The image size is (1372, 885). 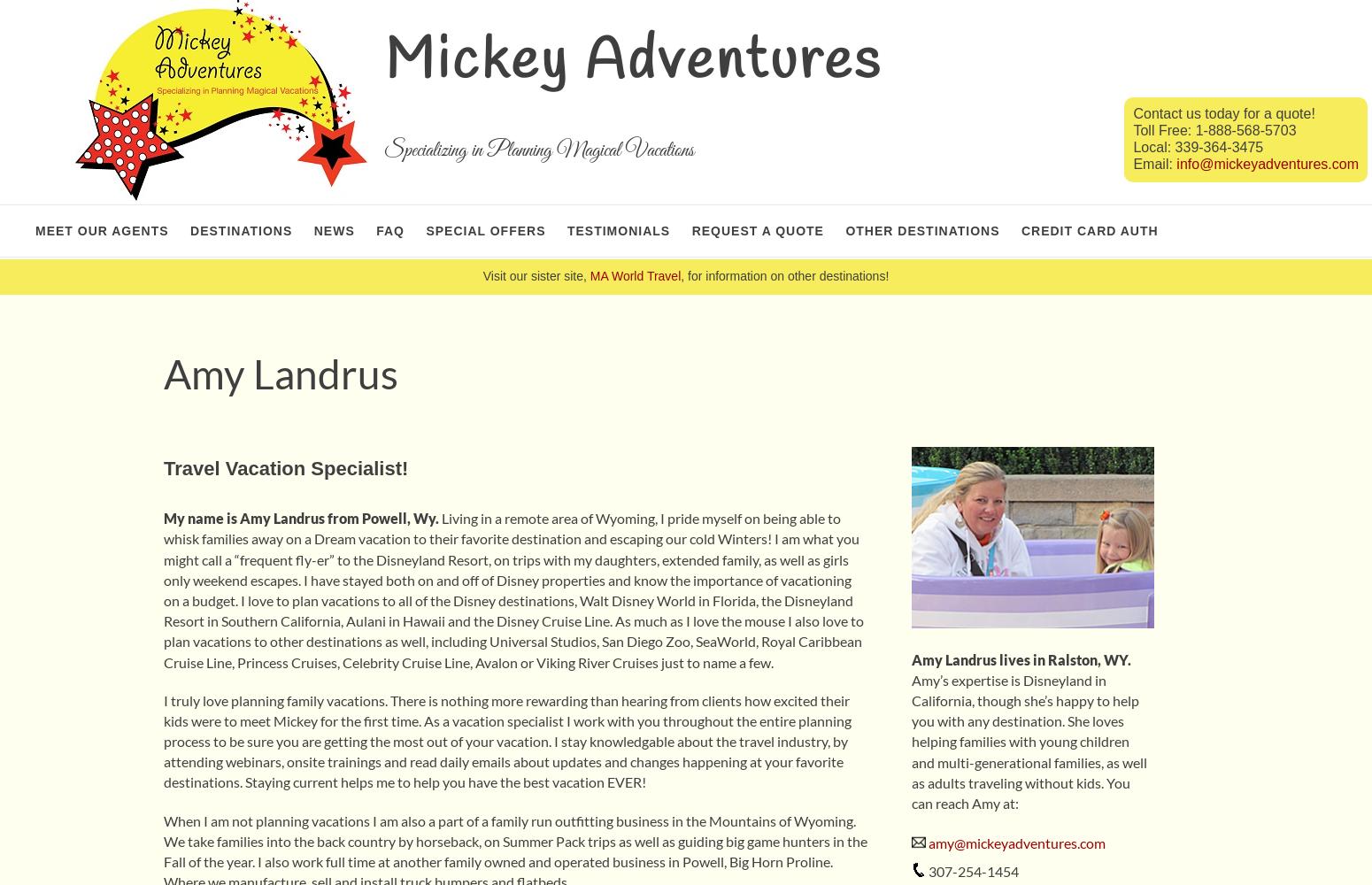 What do you see at coordinates (925, 870) in the screenshot?
I see `'307-254-1454'` at bounding box center [925, 870].